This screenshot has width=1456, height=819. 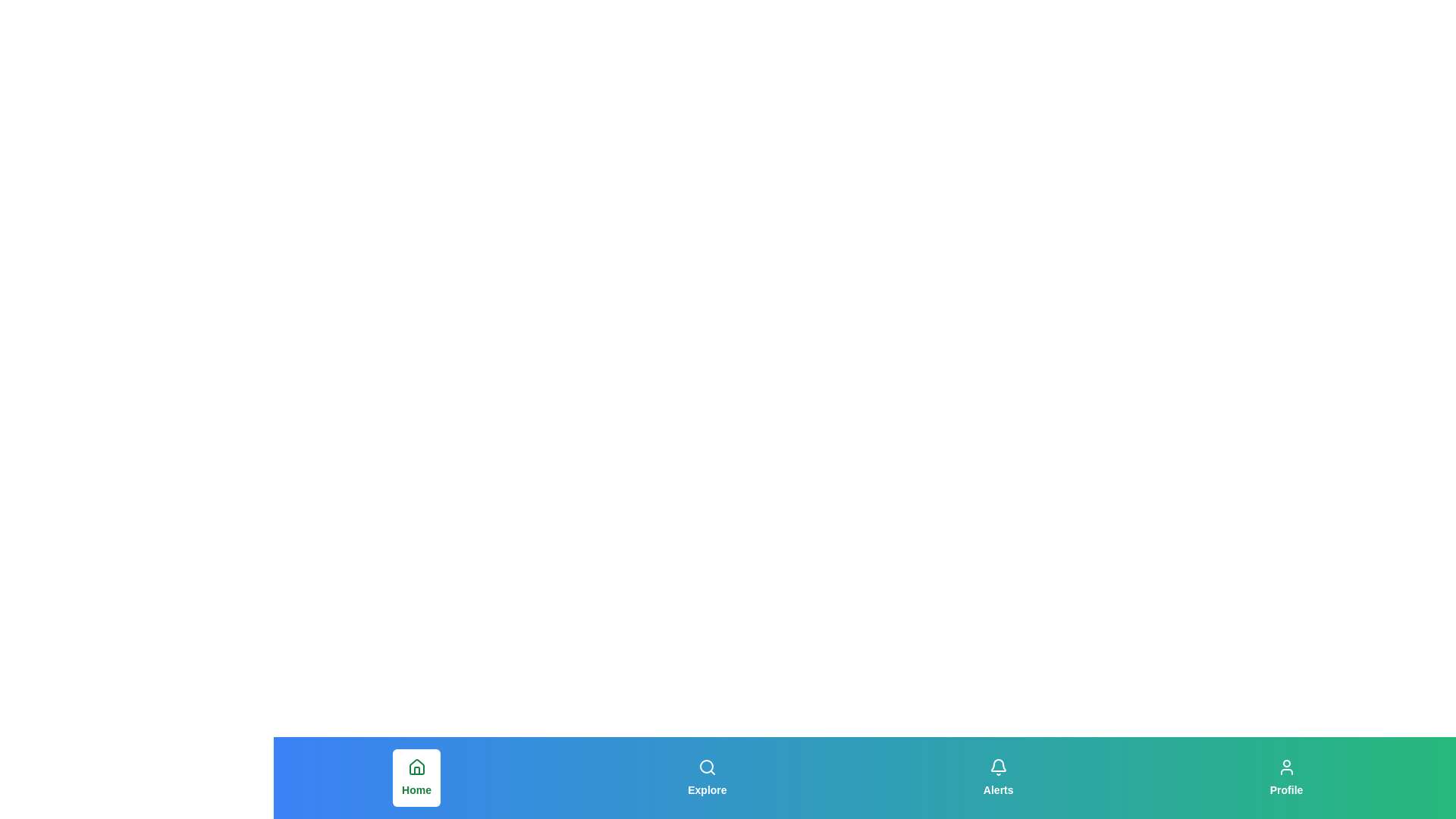 I want to click on the tab corresponding to Explore, so click(x=706, y=778).